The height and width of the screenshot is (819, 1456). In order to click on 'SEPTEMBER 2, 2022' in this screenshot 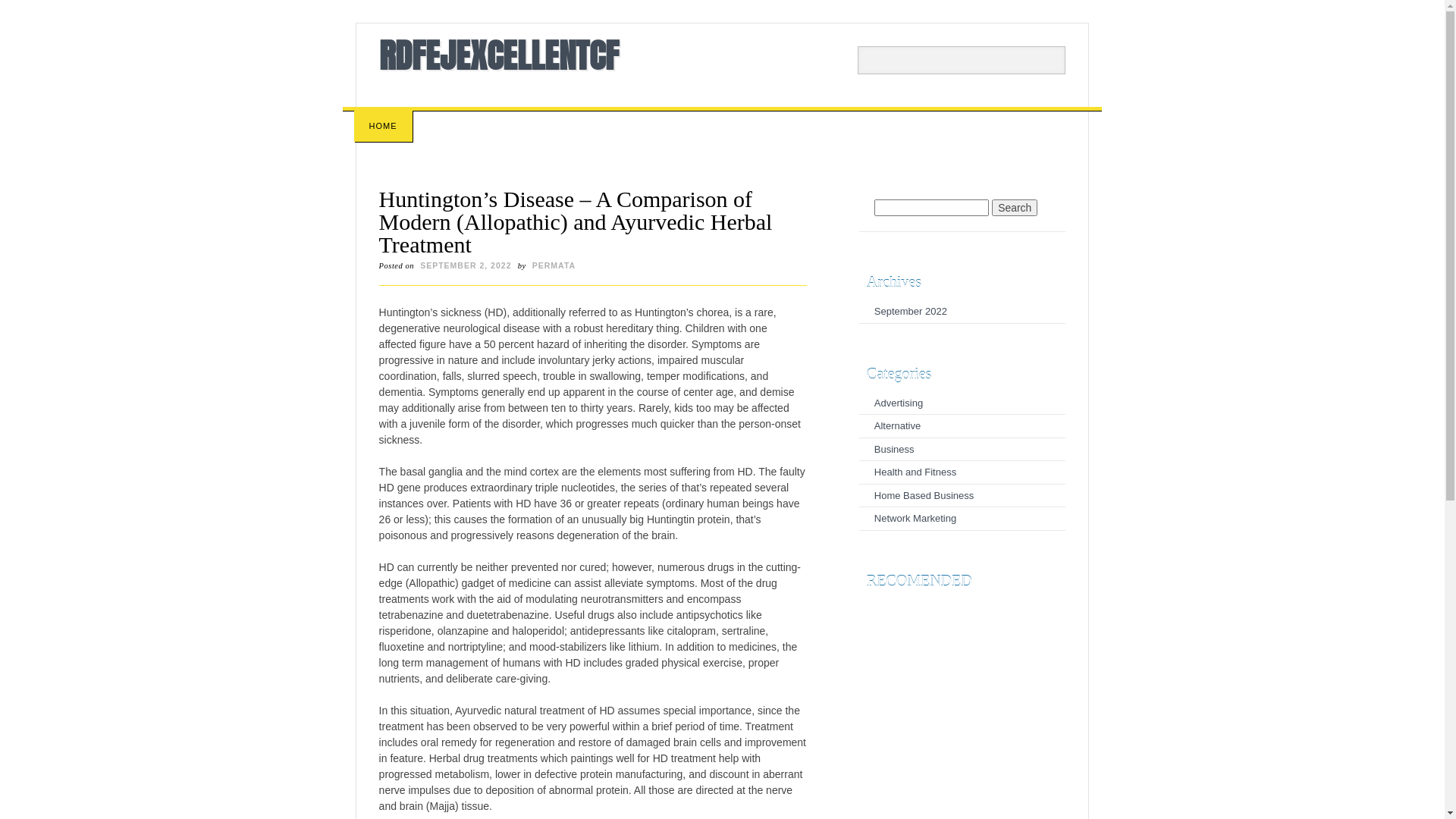, I will do `click(416, 265)`.